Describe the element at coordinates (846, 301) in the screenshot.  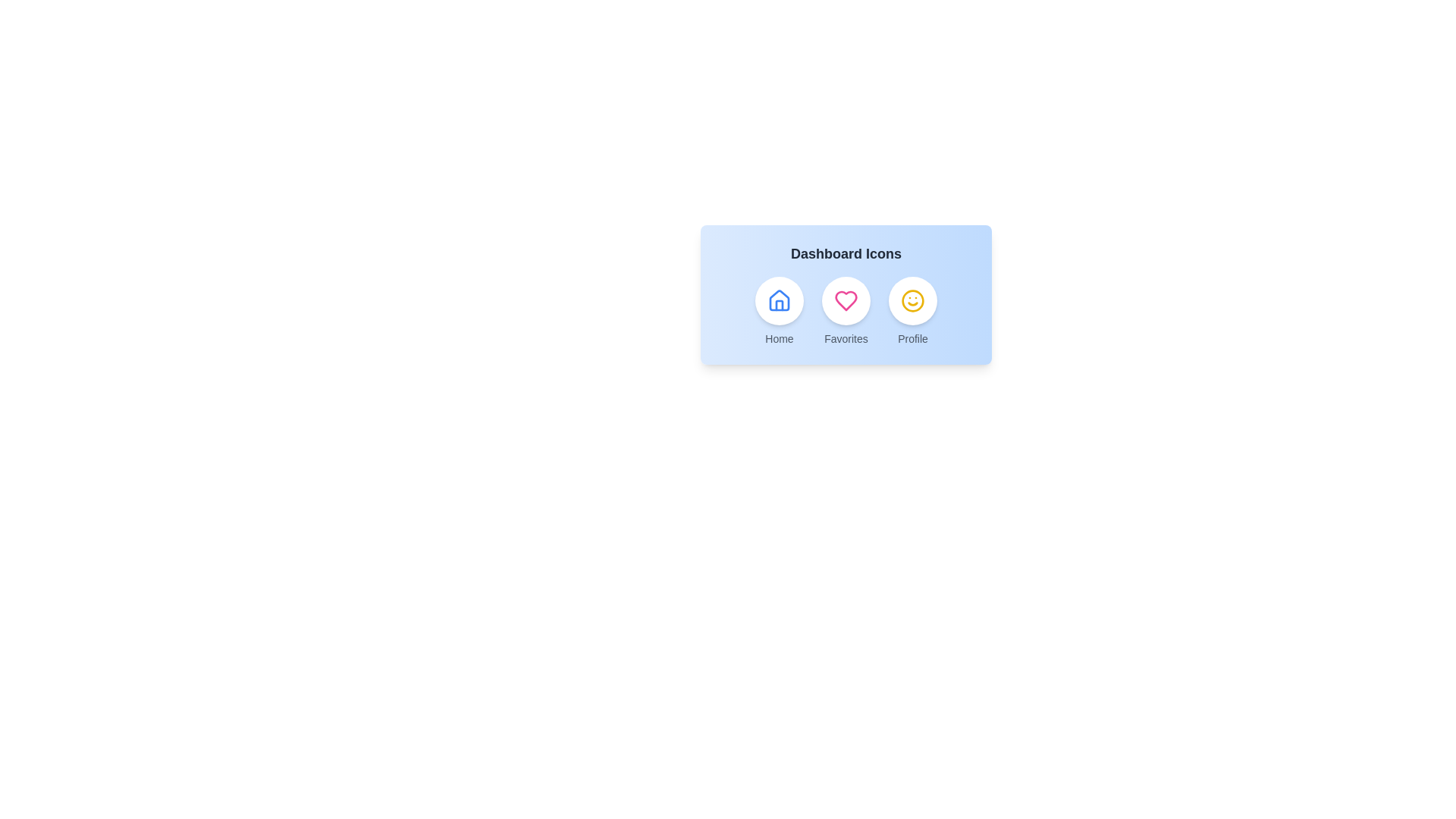
I see `the 'Favorites' button, which is the central button in a horizontal arrangement of three circular buttons labeled 'Home', 'Favorites', and 'Profile'` at that location.